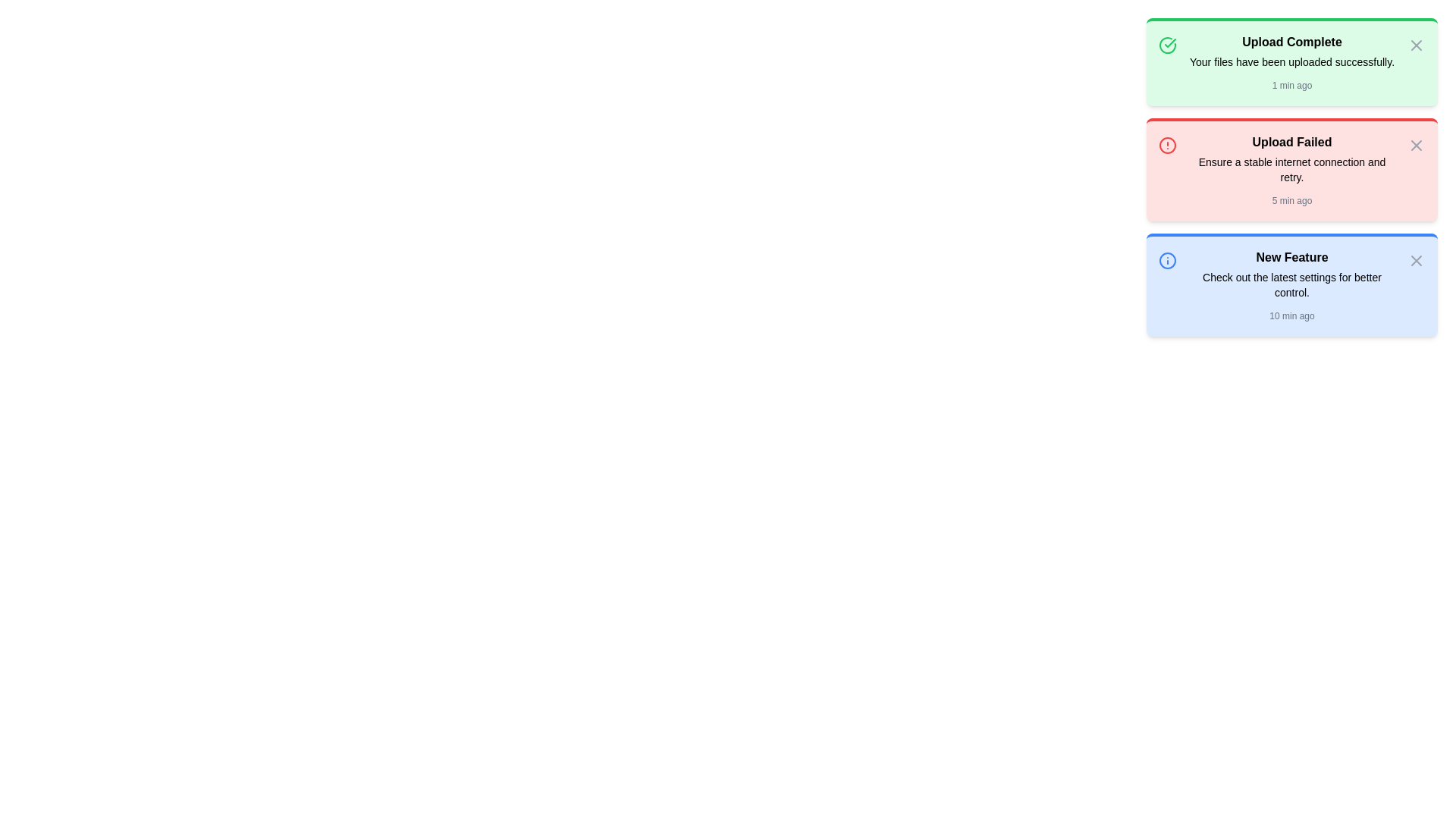 This screenshot has height=819, width=1456. Describe the element at coordinates (1169, 42) in the screenshot. I see `the success icon located within the topmost green notification card labeled 'Upload Complete', positioned to the left of the text` at that location.